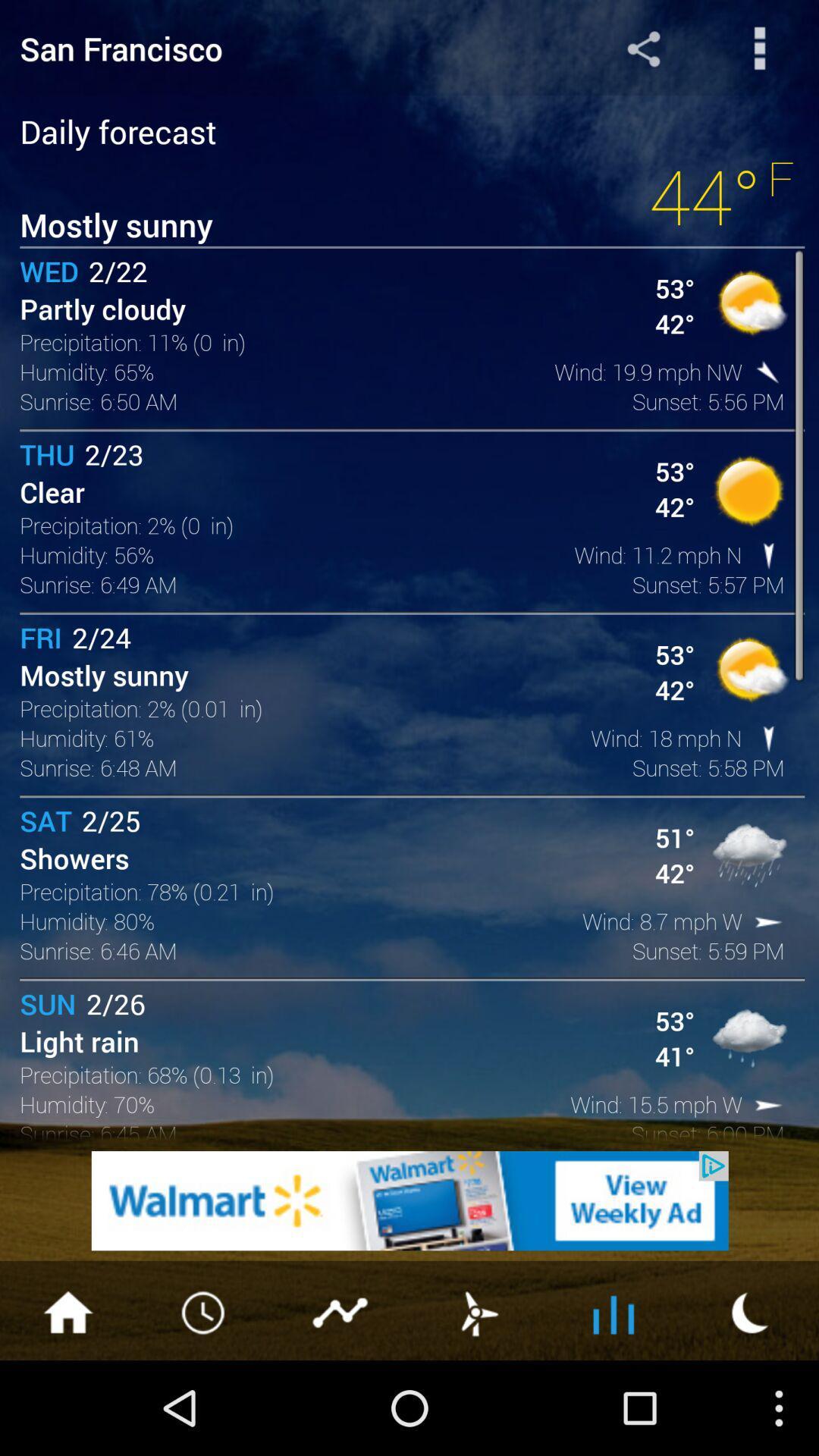 The height and width of the screenshot is (1456, 819). I want to click on the weather icon, so click(476, 1402).